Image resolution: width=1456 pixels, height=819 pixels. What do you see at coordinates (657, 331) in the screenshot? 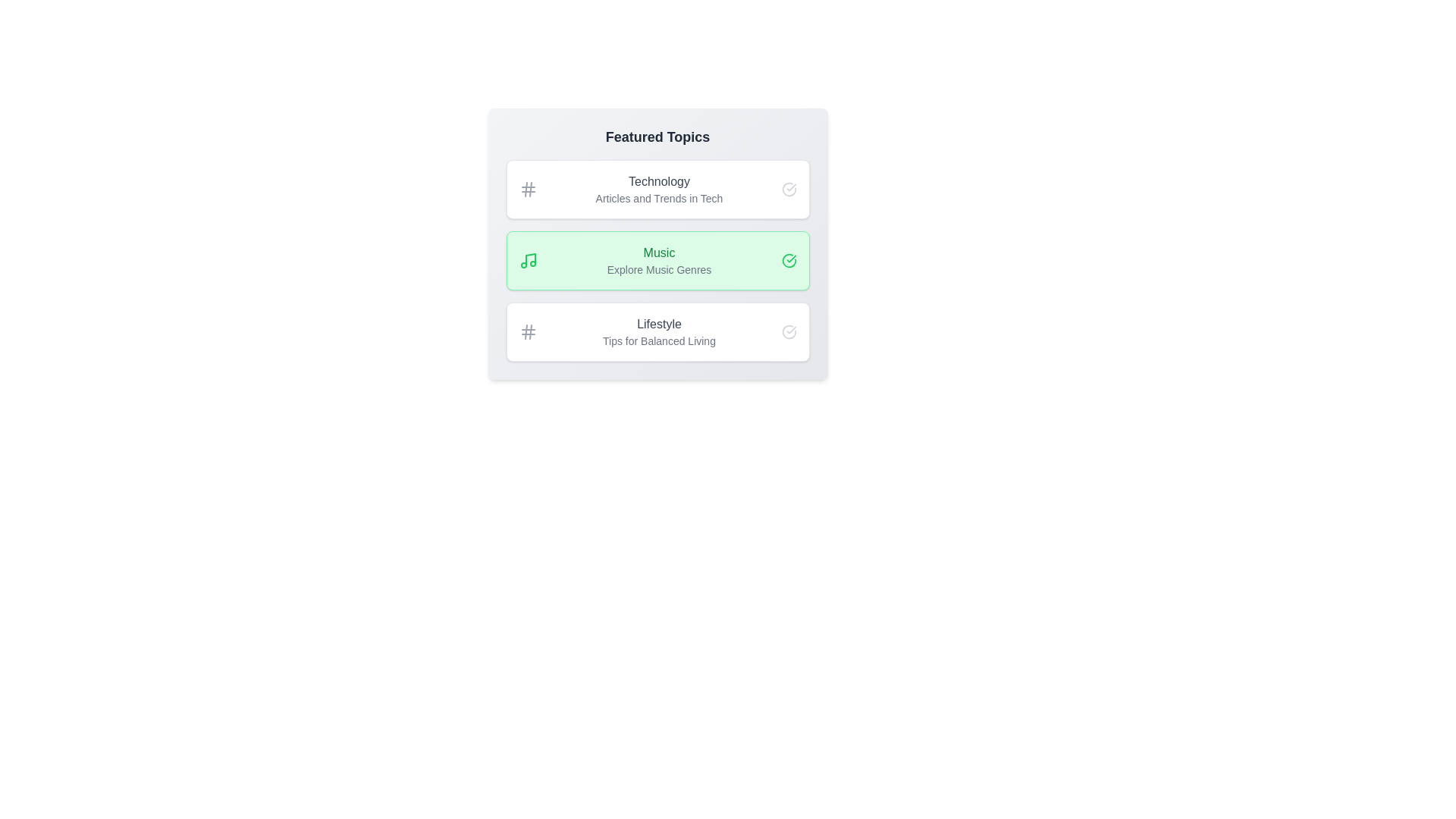
I see `the chip labeled Lifestyle` at bounding box center [657, 331].